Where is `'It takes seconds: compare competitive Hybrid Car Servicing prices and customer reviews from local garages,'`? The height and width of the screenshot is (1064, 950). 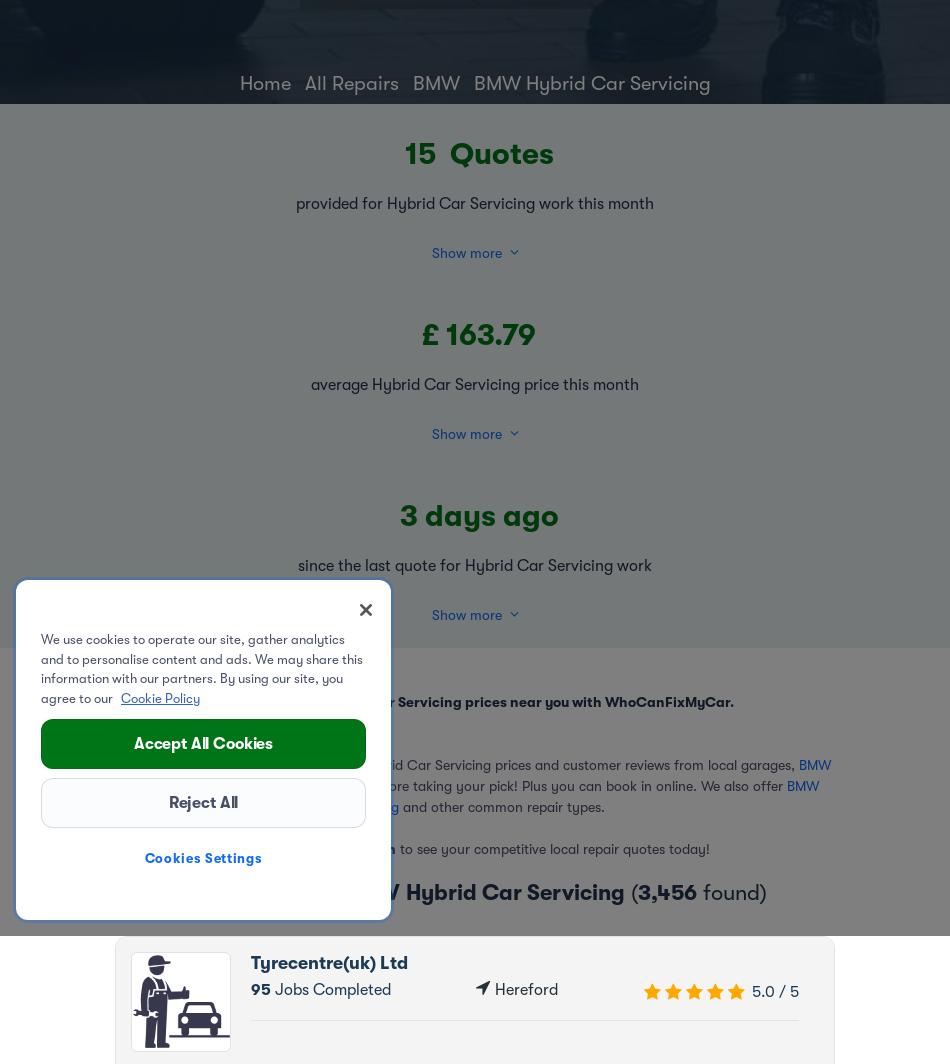
'It takes seconds: compare competitive Hybrid Car Servicing prices and customer reviews from local garages,' is located at coordinates (457, 763).